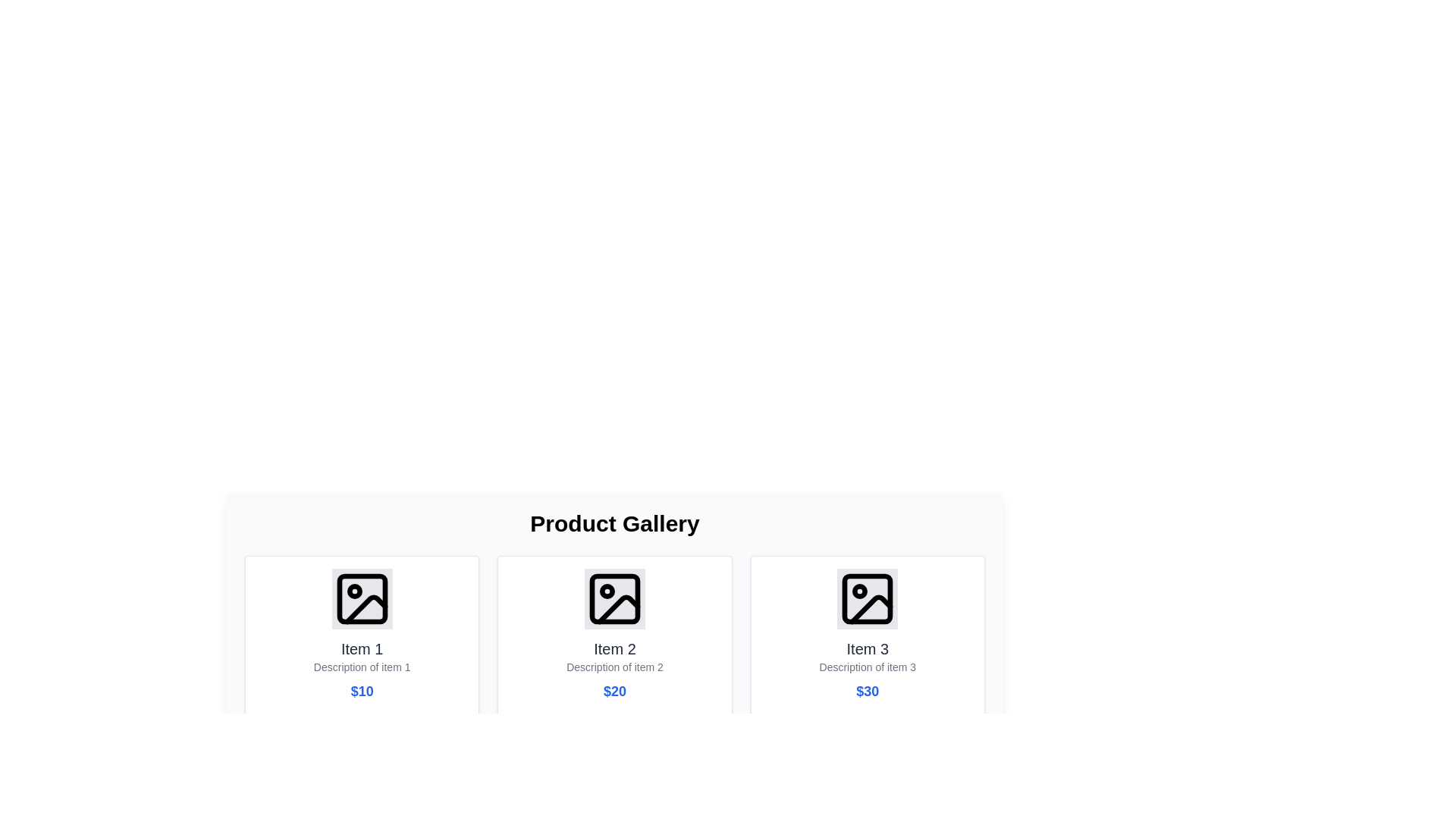  What do you see at coordinates (868, 648) in the screenshot?
I see `the title text of the third product in the gallery to read the title` at bounding box center [868, 648].